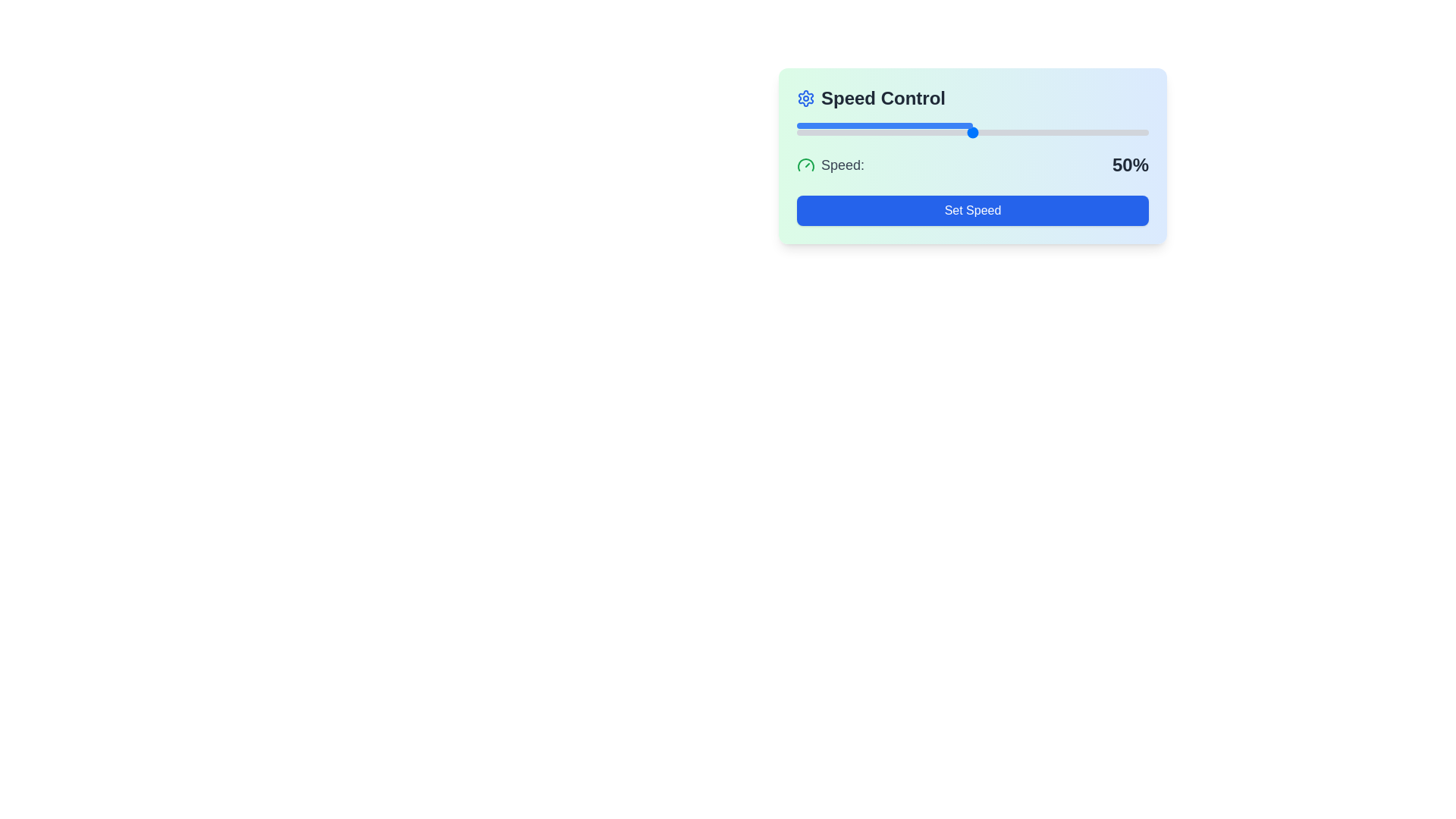 This screenshot has width=1456, height=819. I want to click on the blue settings gear icon located immediately to the left of the 'Speed Control' title text, so click(805, 99).